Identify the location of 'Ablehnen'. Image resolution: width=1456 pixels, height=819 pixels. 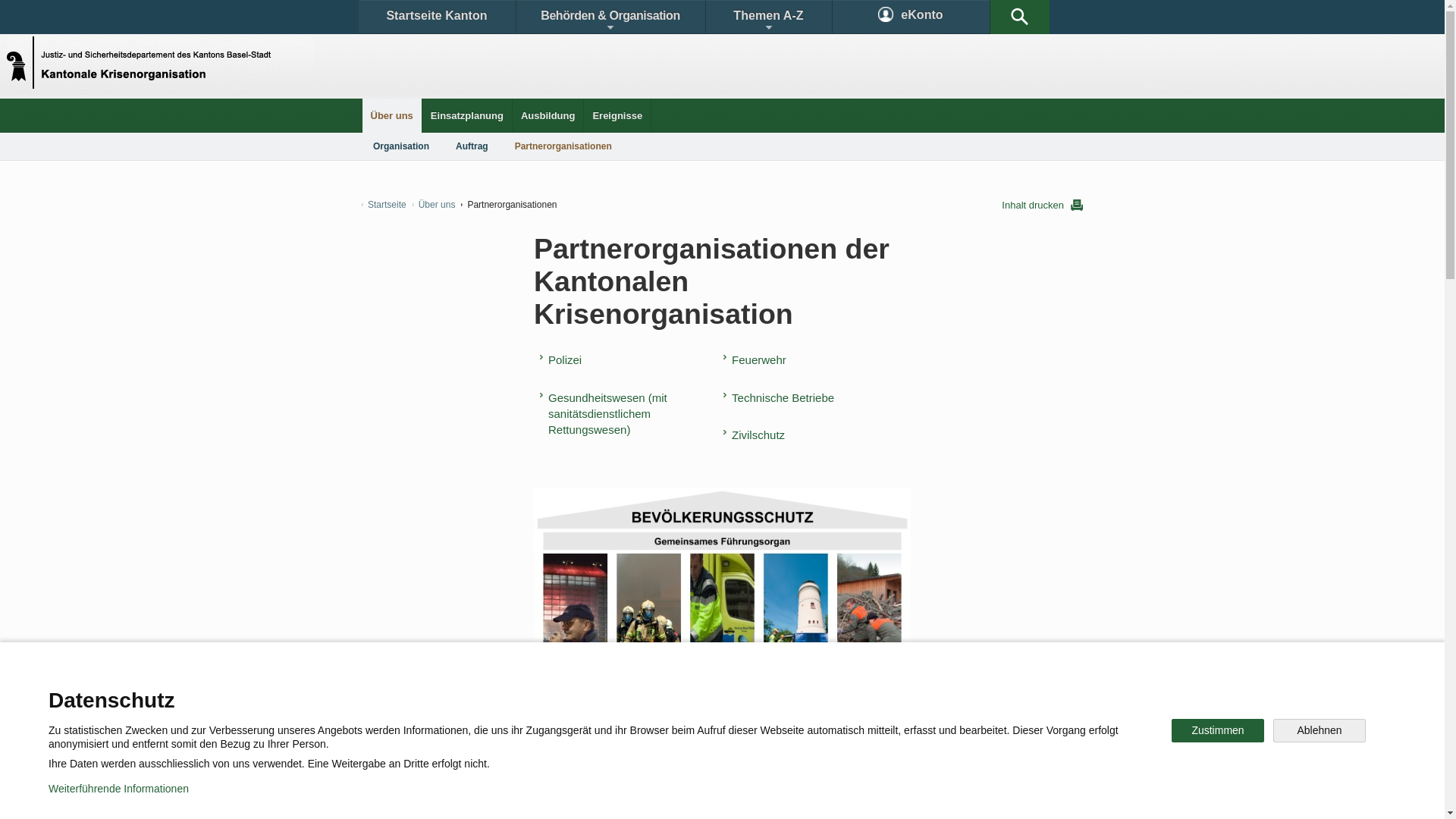
(1318, 730).